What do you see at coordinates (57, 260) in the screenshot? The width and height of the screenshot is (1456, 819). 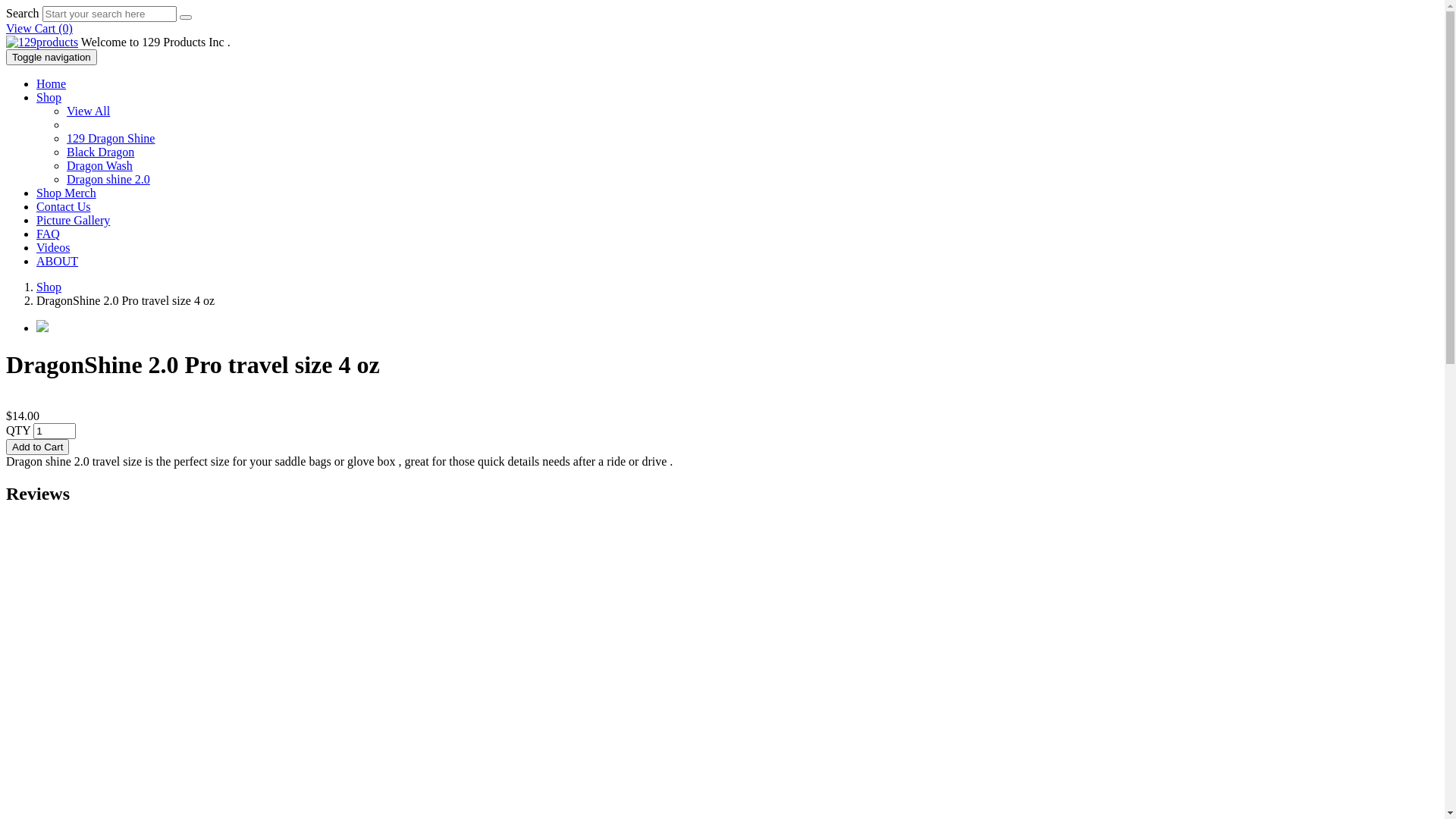 I see `'ABOUT'` at bounding box center [57, 260].